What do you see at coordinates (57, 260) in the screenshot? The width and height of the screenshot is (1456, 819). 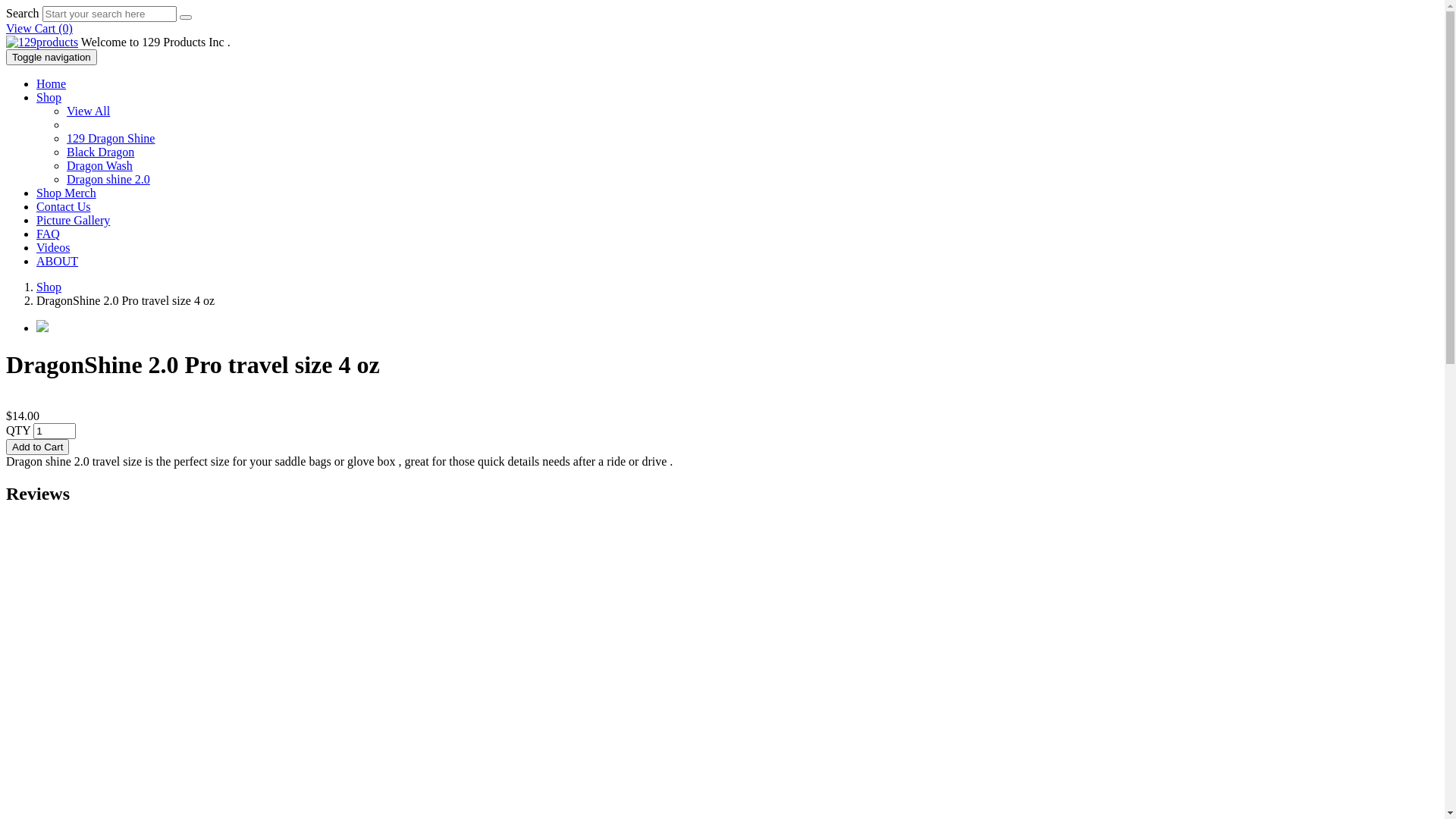 I see `'ABOUT'` at bounding box center [57, 260].